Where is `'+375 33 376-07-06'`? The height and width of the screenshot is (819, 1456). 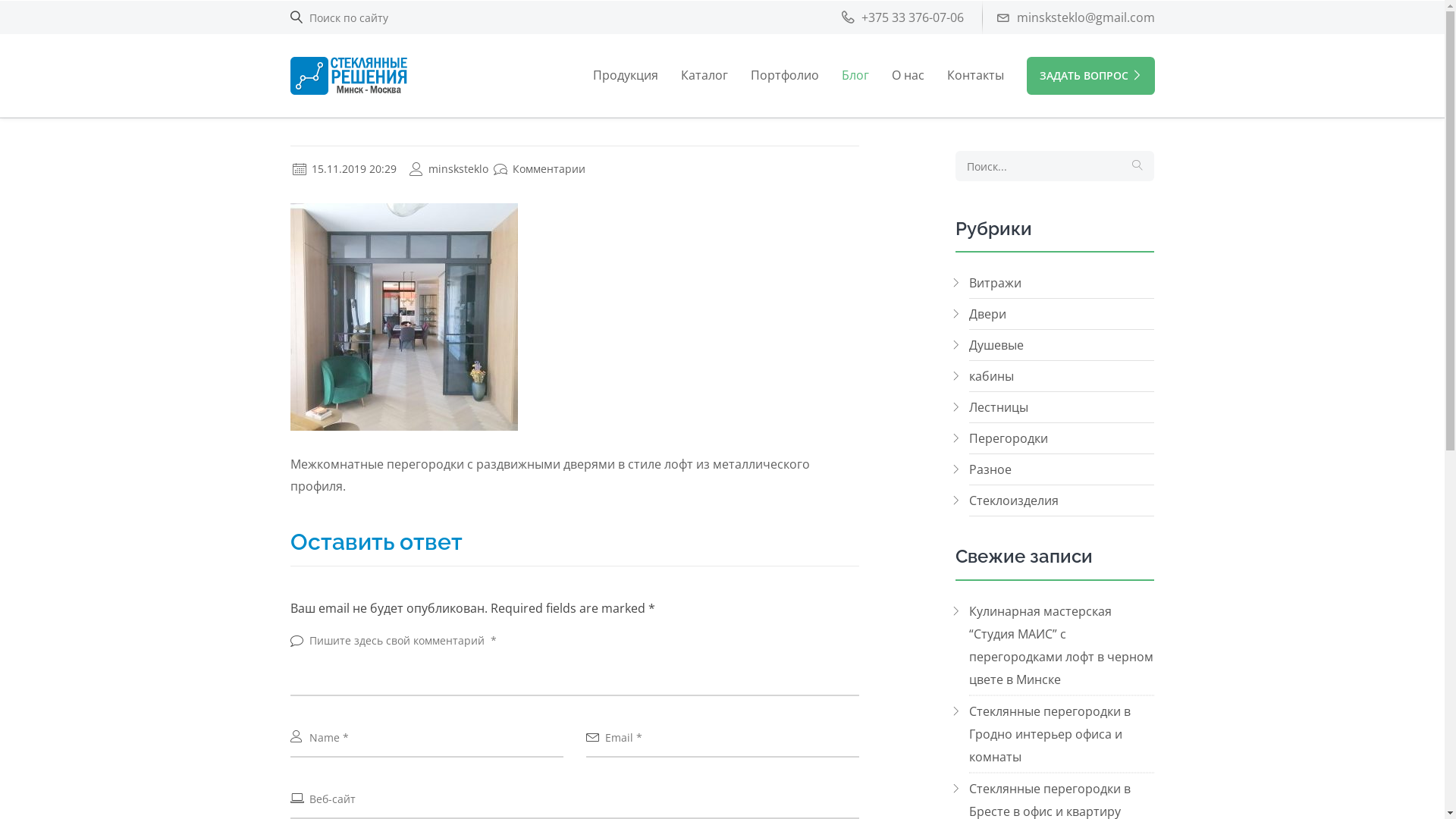
'+375 33 376-07-06' is located at coordinates (902, 17).